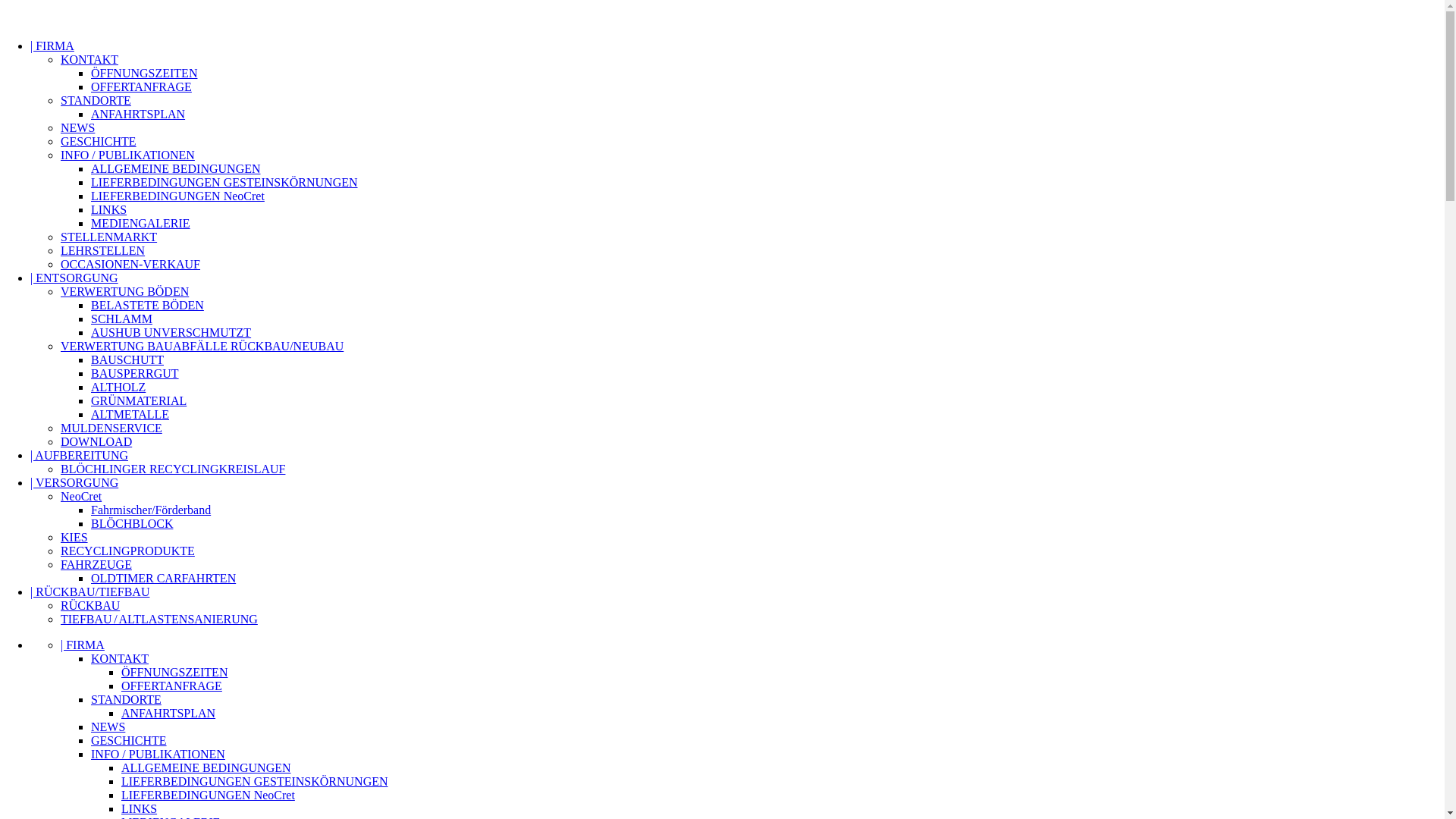 The image size is (1456, 819). I want to click on '| FIRMA', so click(82, 645).